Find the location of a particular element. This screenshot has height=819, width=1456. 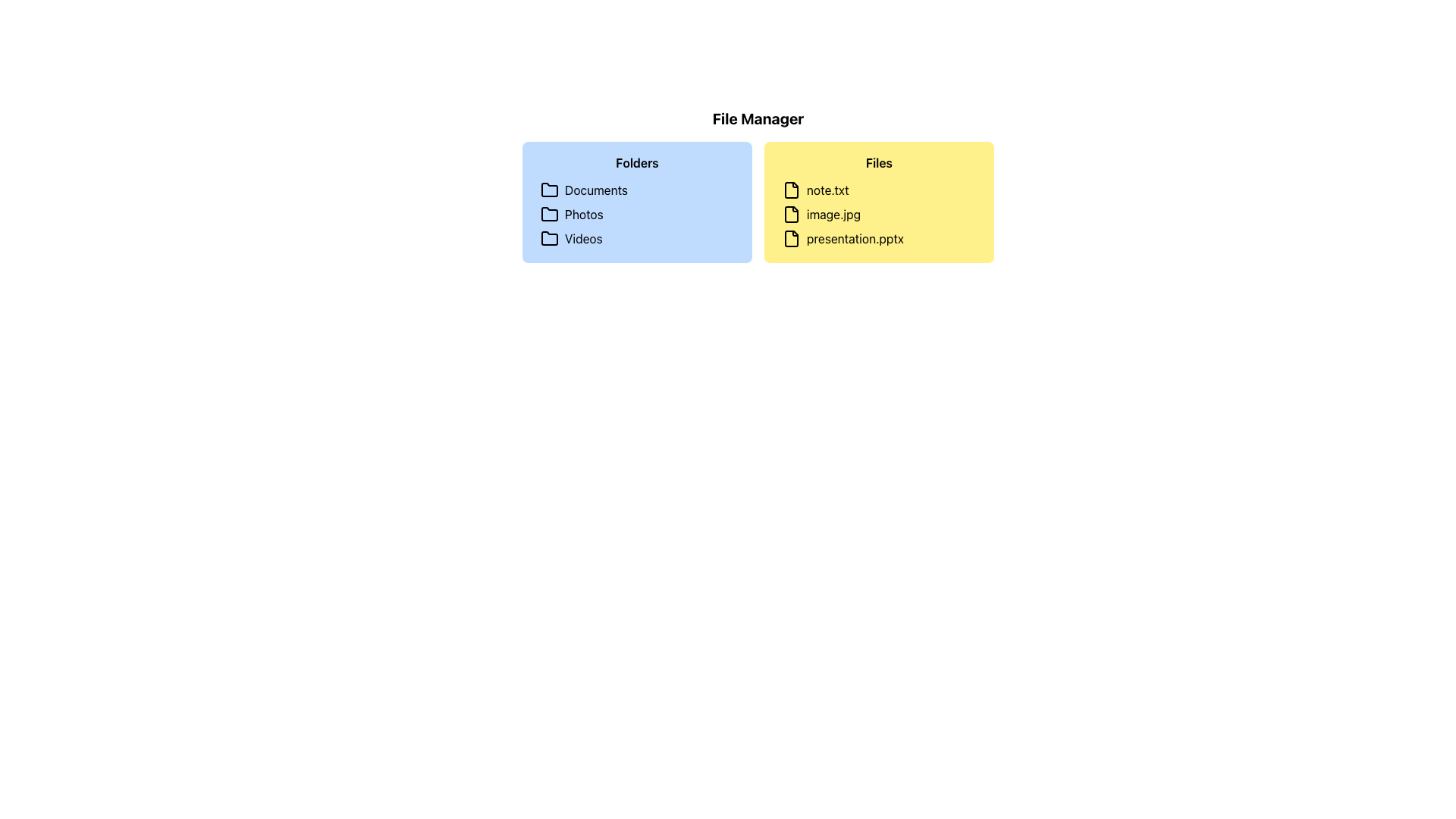

on the file entry for 'image.jpg' located in the 'Files' section, which is the second entry in the list is located at coordinates (879, 214).